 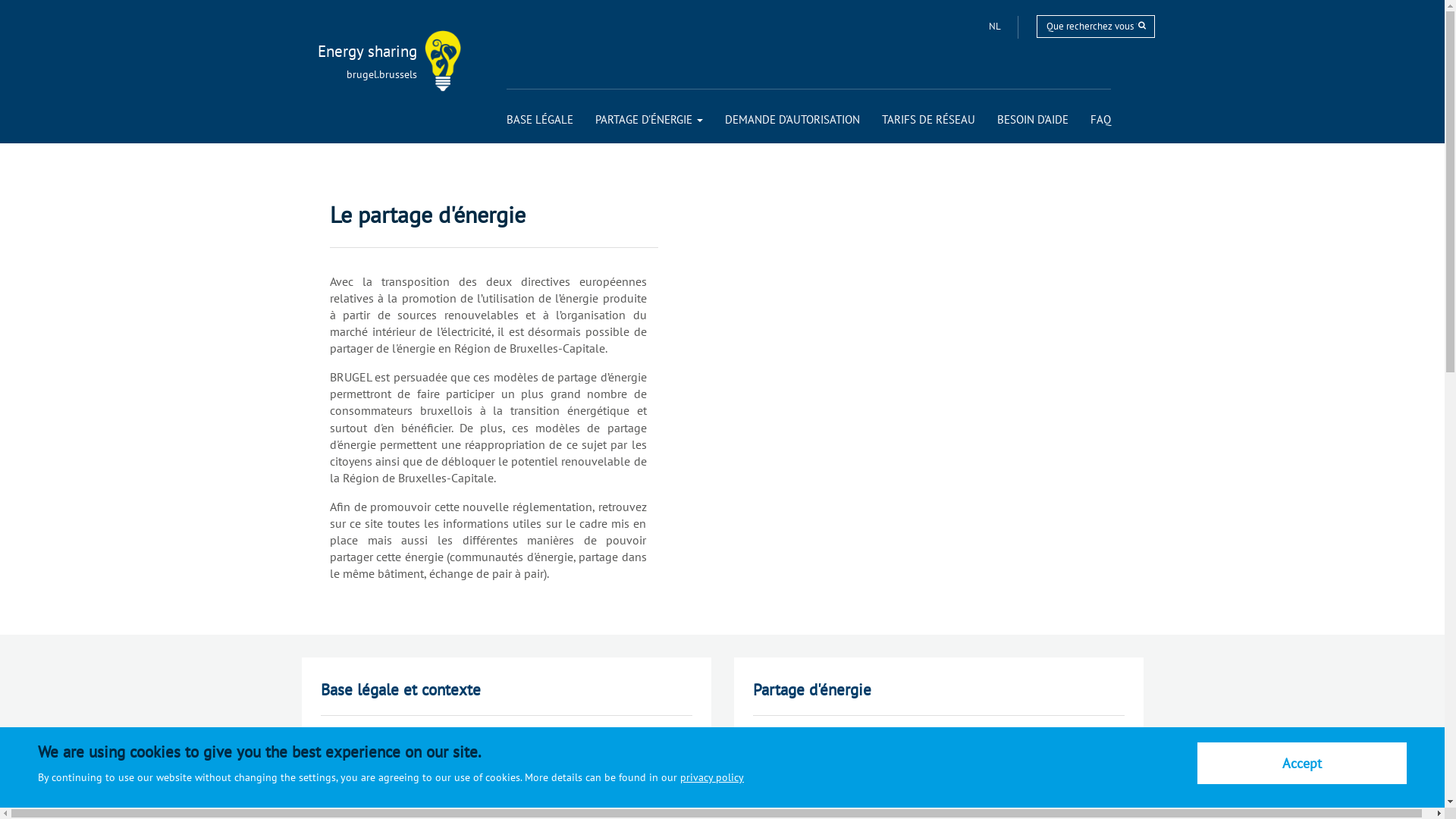 I want to click on 'Accept', so click(x=1301, y=763).